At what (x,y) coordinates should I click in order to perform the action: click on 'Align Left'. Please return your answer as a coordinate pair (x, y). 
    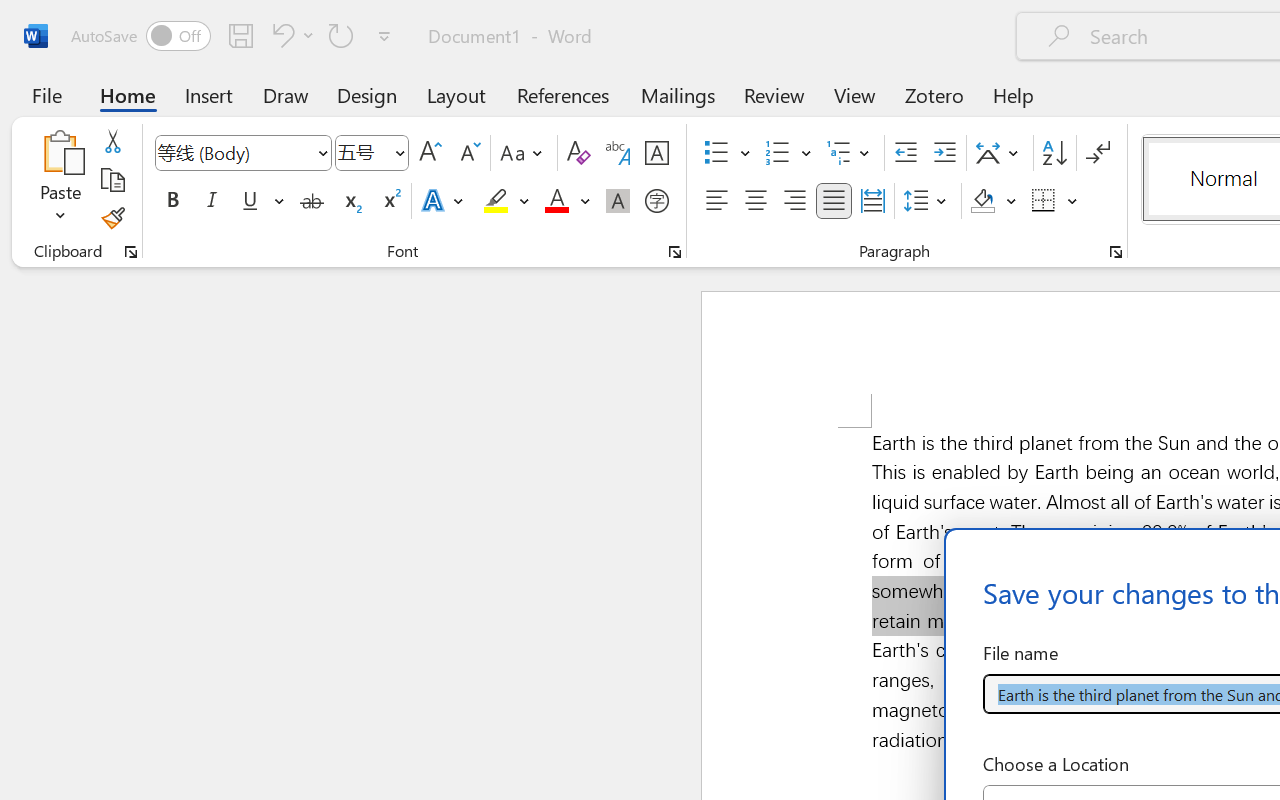
    Looking at the image, I should click on (716, 201).